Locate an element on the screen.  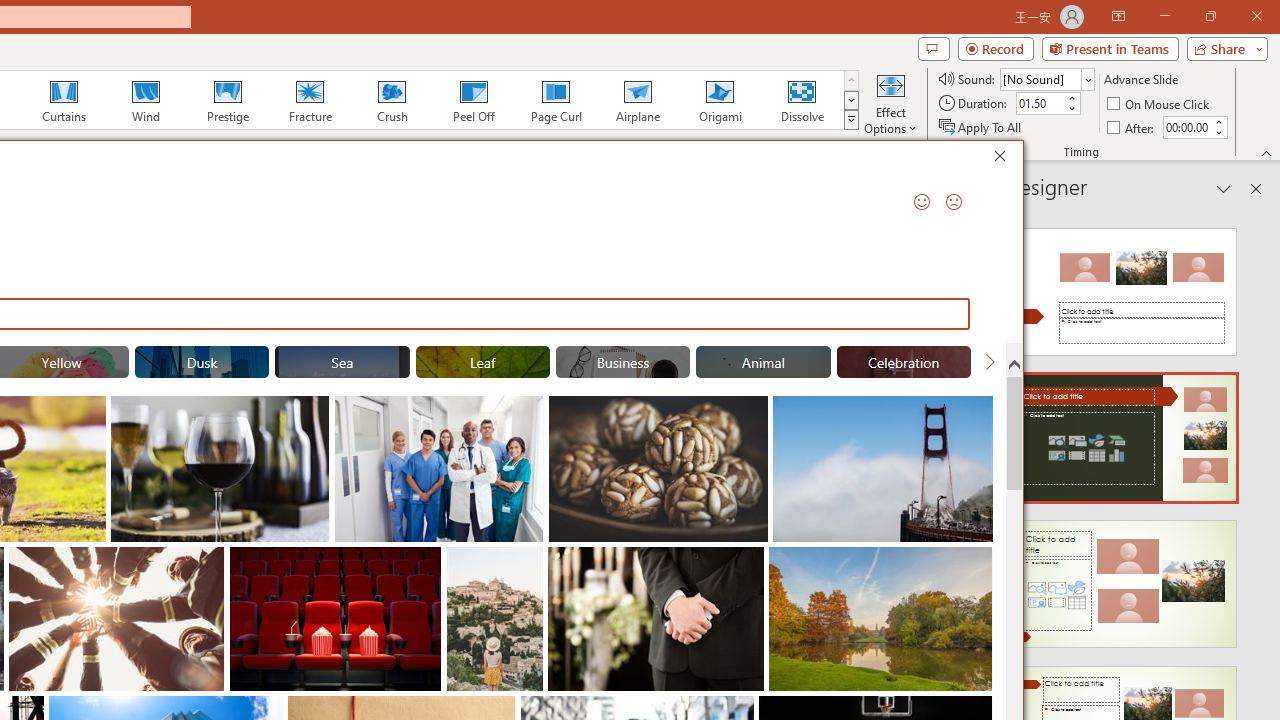
'More' is located at coordinates (1217, 121).